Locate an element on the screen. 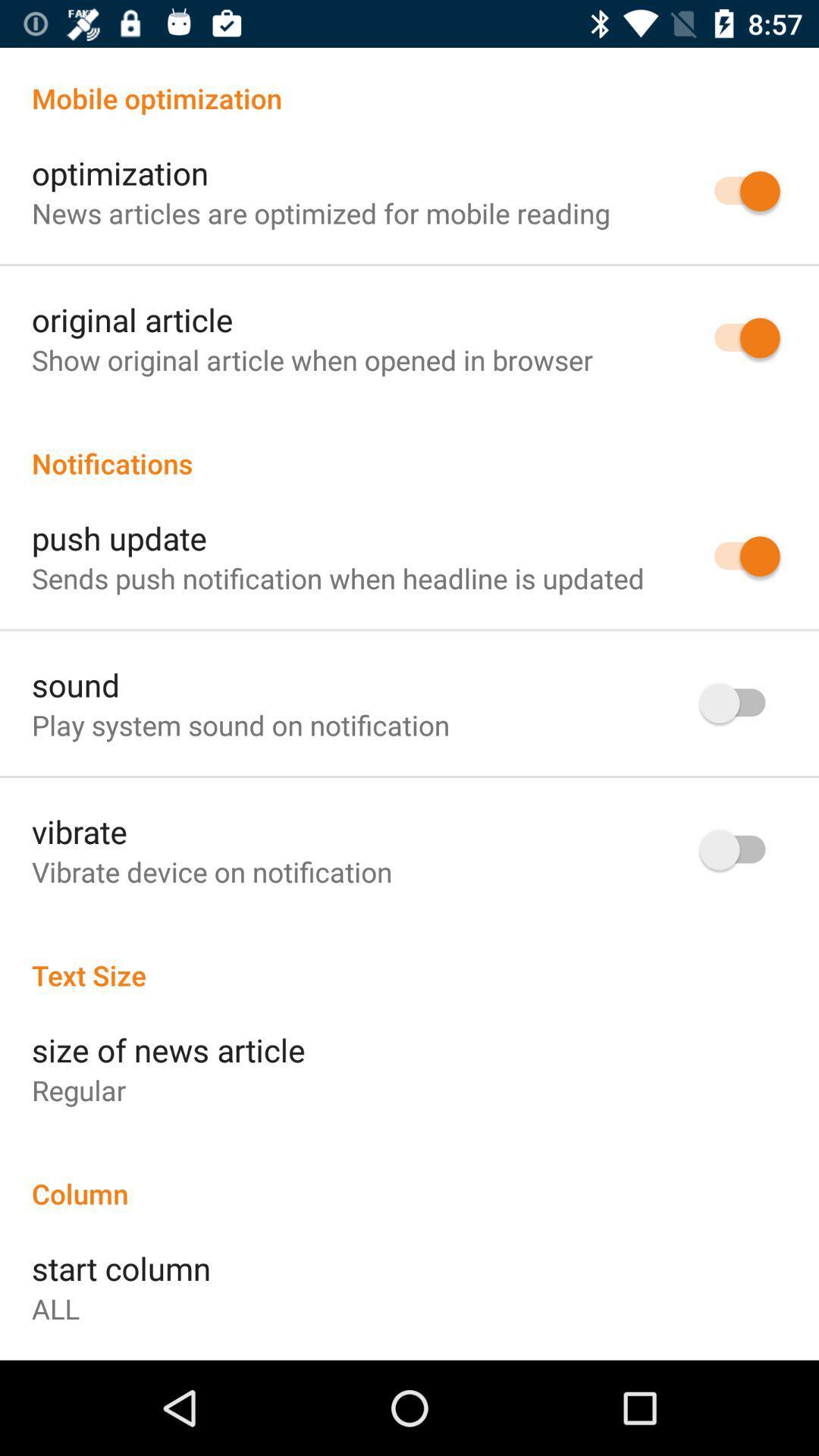 The width and height of the screenshot is (819, 1456). icon below size of news app is located at coordinates (79, 1089).